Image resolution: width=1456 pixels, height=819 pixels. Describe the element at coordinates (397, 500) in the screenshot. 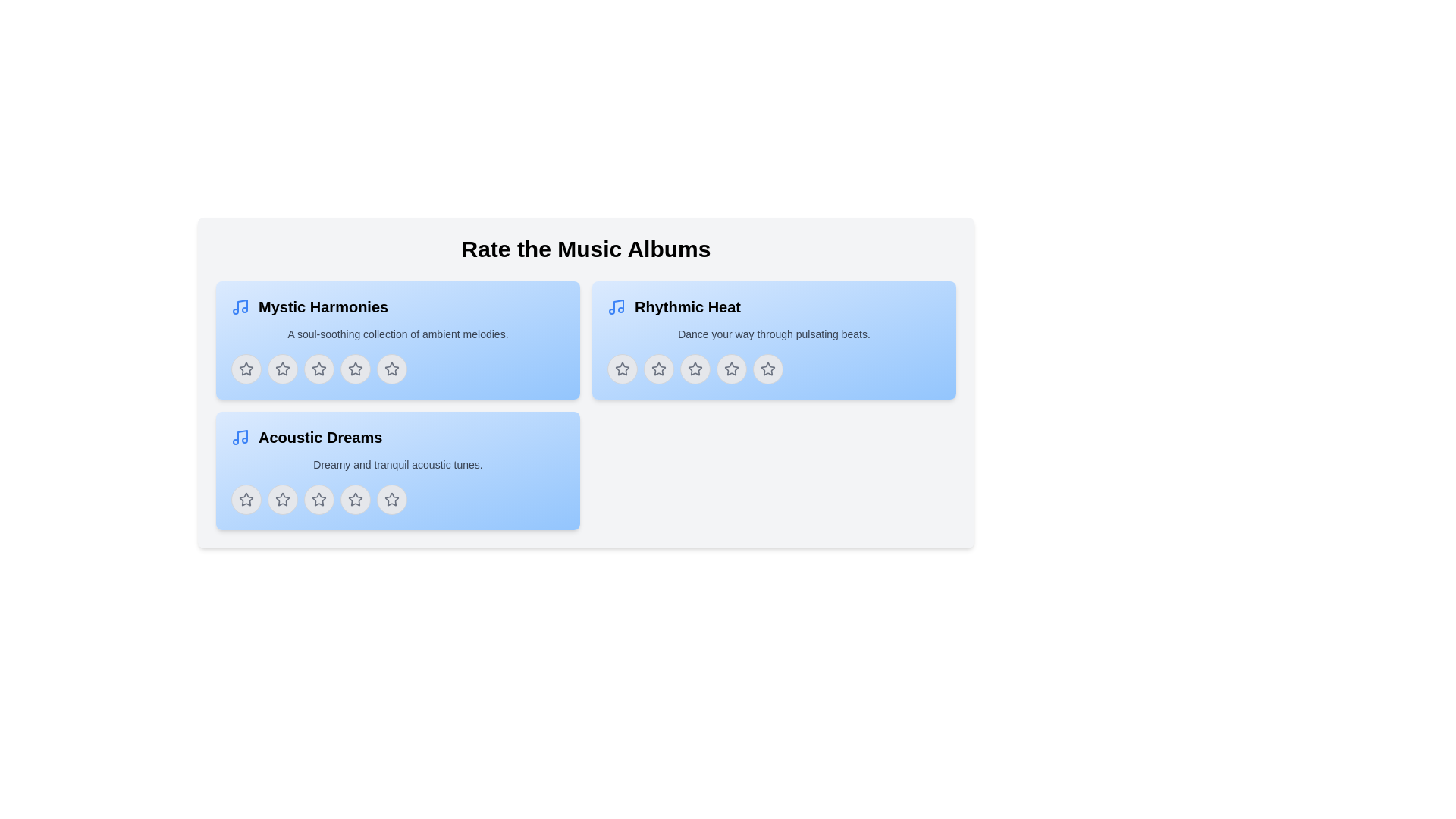

I see `the fourth star rating button in the 'Rate the Music Albums' section to rate the music` at that location.